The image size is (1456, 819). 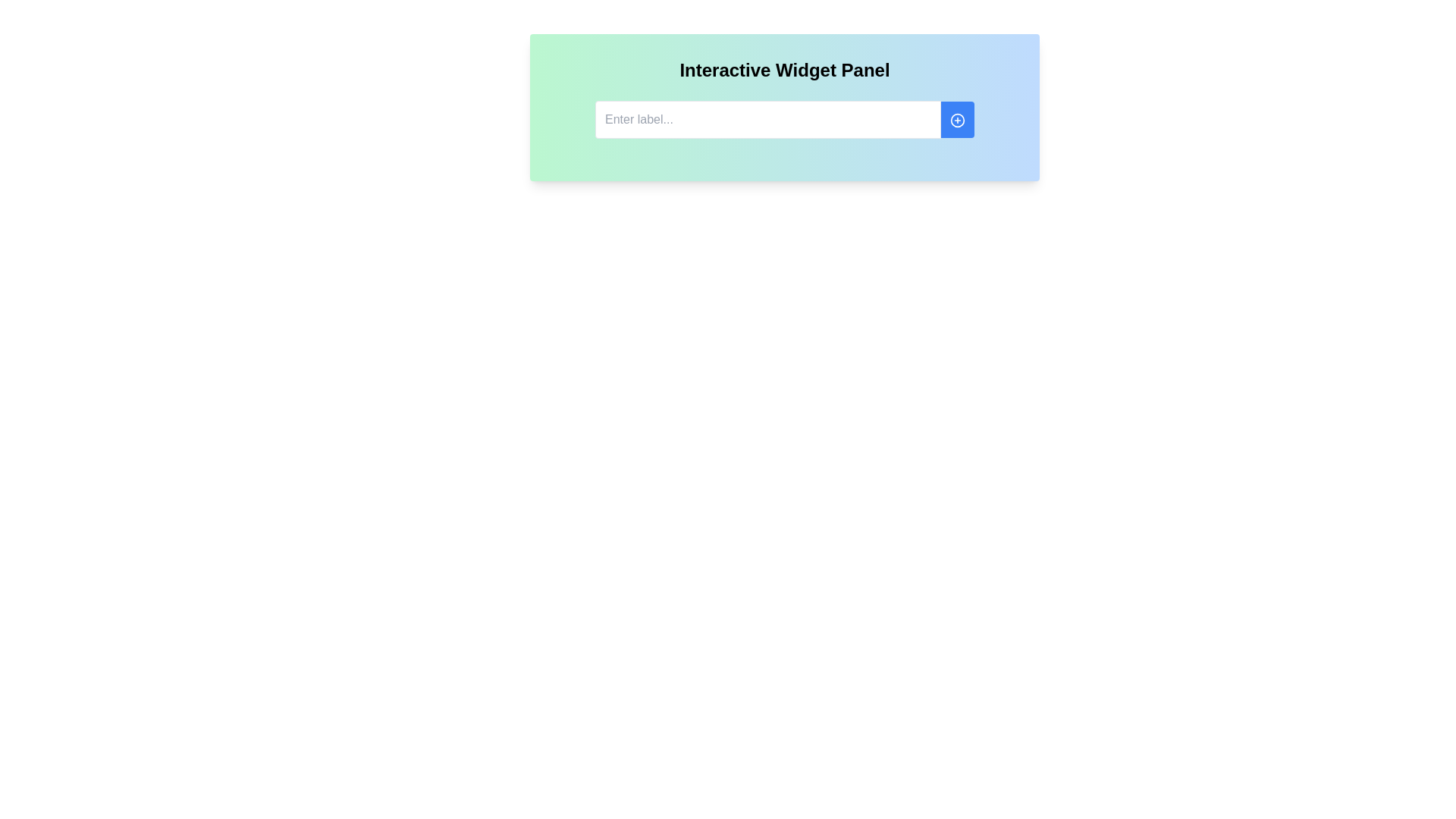 I want to click on the circular button with a plus sign, which is outlined and located at the right end of the blue button next to the text input field, so click(x=956, y=119).